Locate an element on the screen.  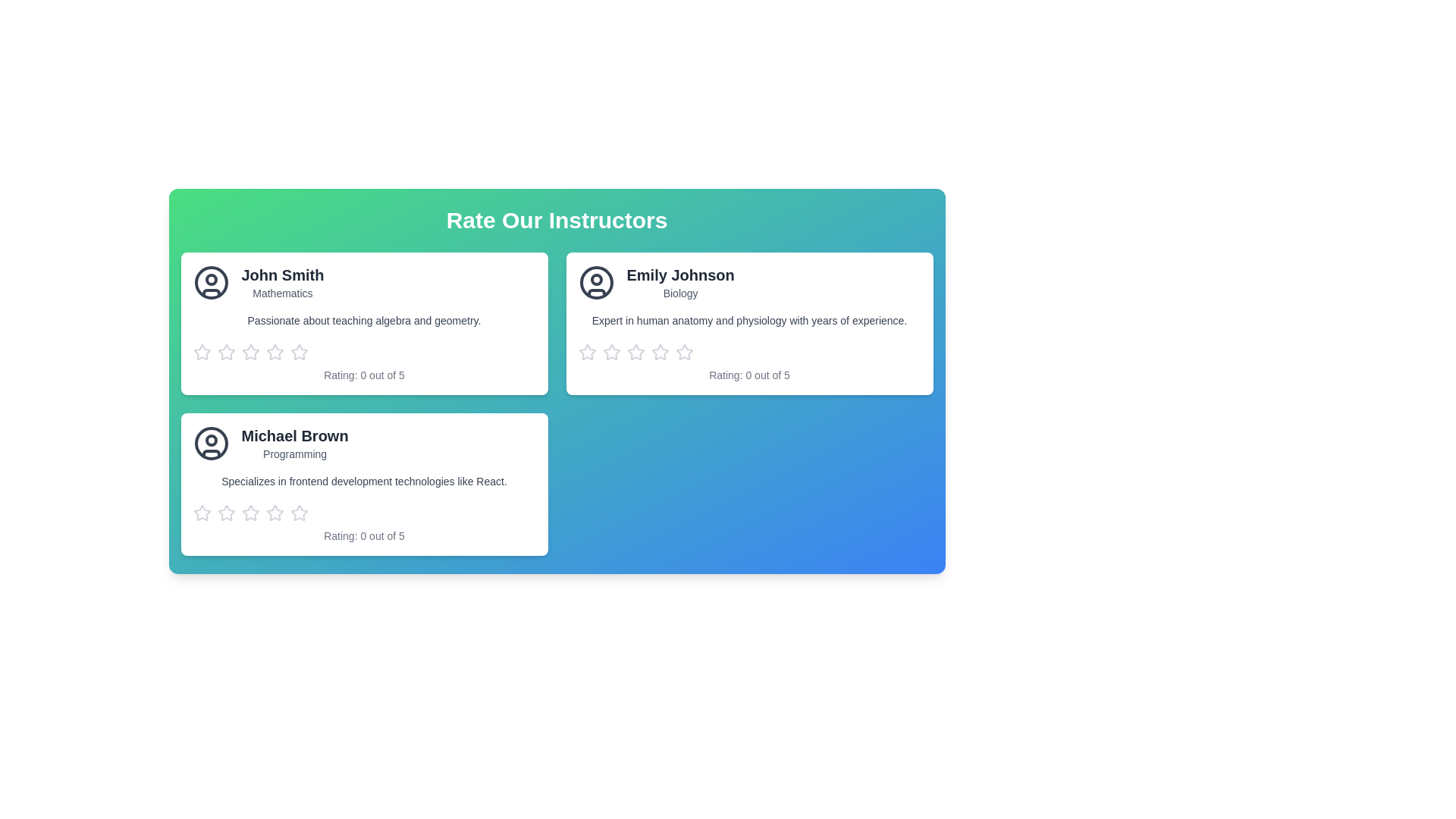
the circular, black-outlined shape at the center of Michael Brown's profile avatar icon, which is located in the second row of the information cards is located at coordinates (210, 444).